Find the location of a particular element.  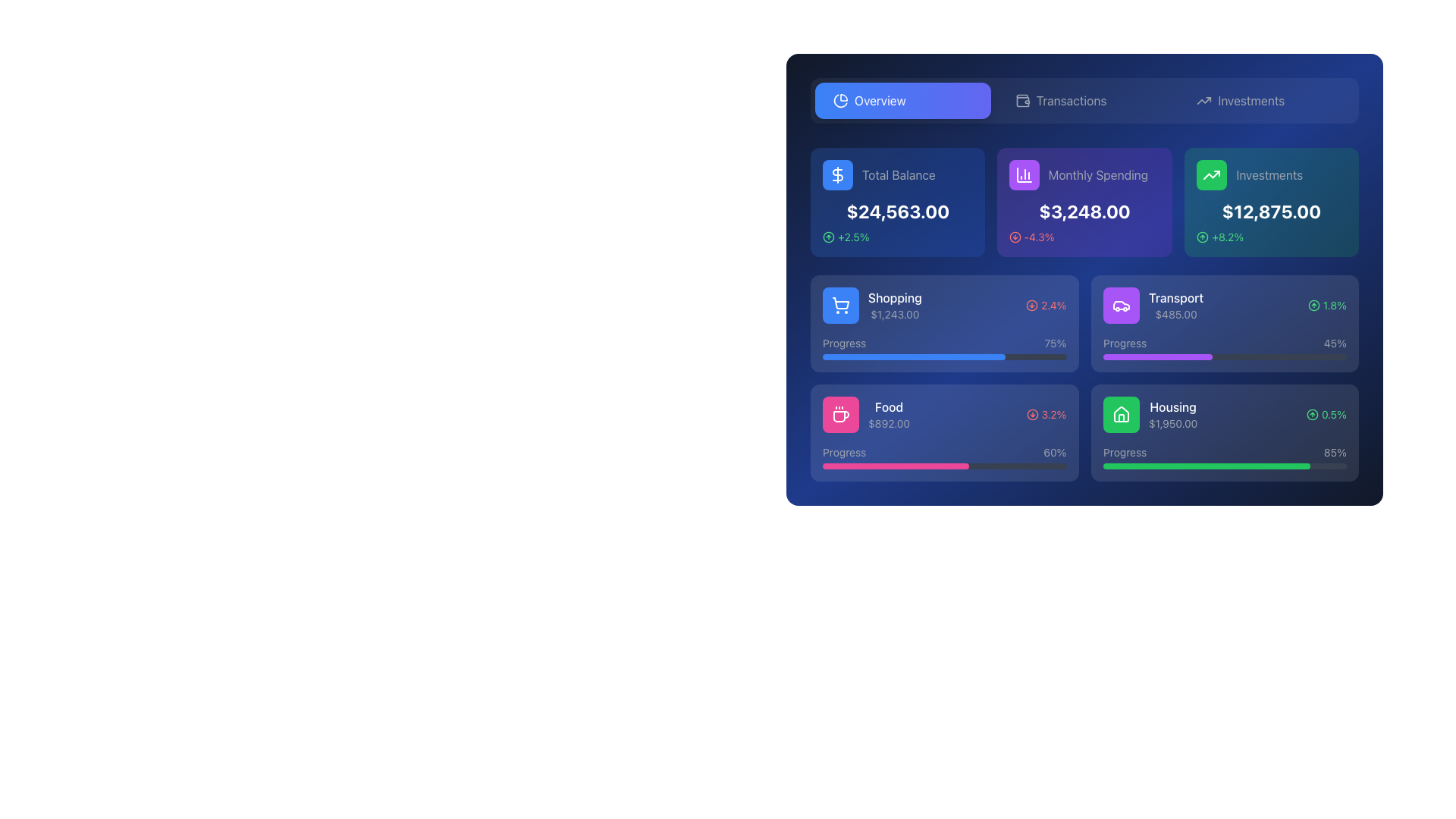

the 'Monthly Spending' text label, which is styled in gray and located within a card layout with a purple background, positioned below a chart icon and to the left of monetary value and percentage statistics is located at coordinates (1099, 174).